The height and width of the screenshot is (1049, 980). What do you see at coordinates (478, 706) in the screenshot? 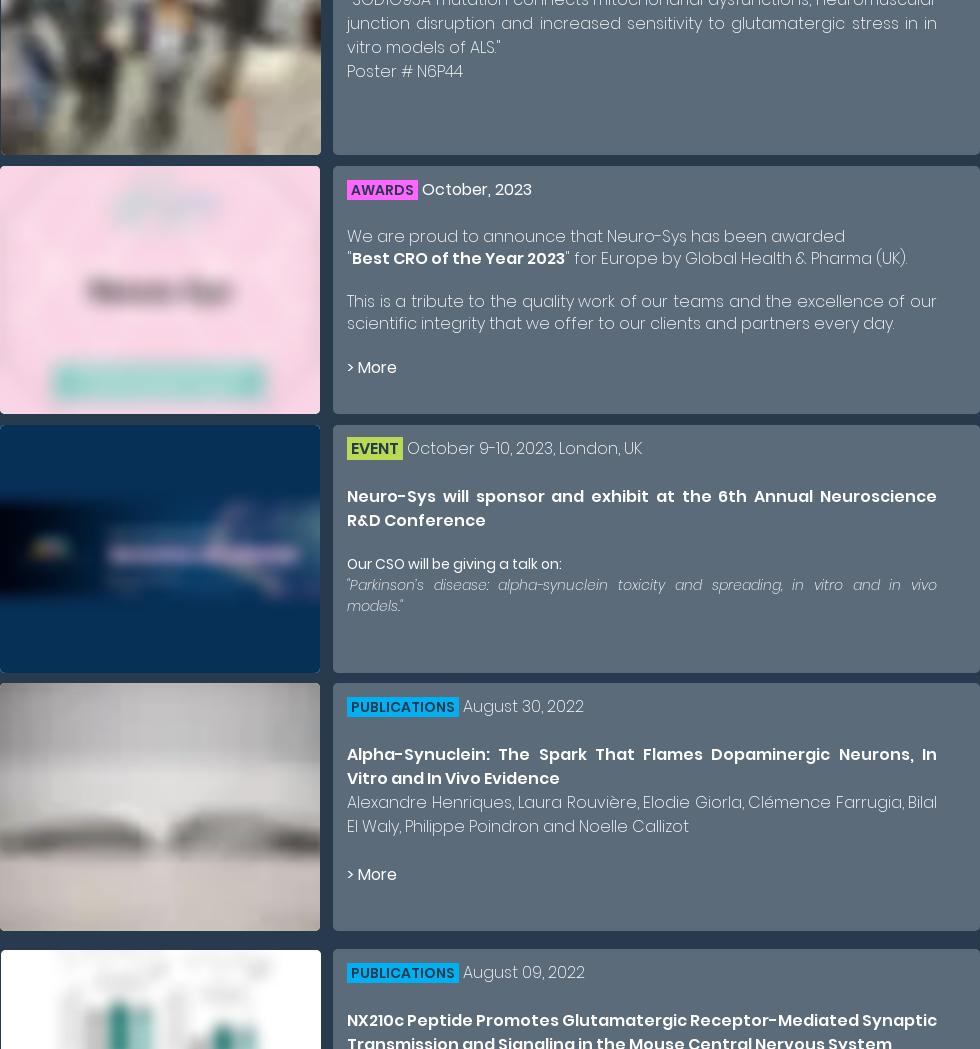
I see `'Aug'` at bounding box center [478, 706].